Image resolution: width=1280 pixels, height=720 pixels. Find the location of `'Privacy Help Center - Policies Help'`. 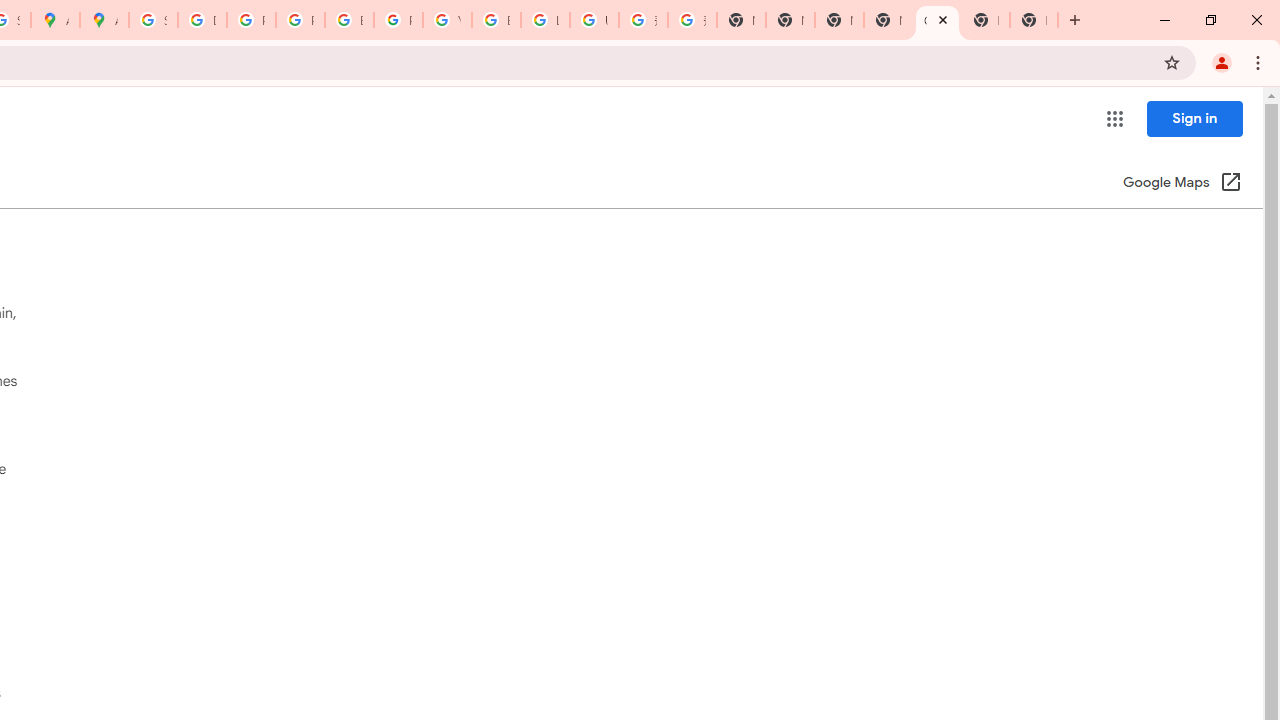

'Privacy Help Center - Policies Help' is located at coordinates (299, 20).